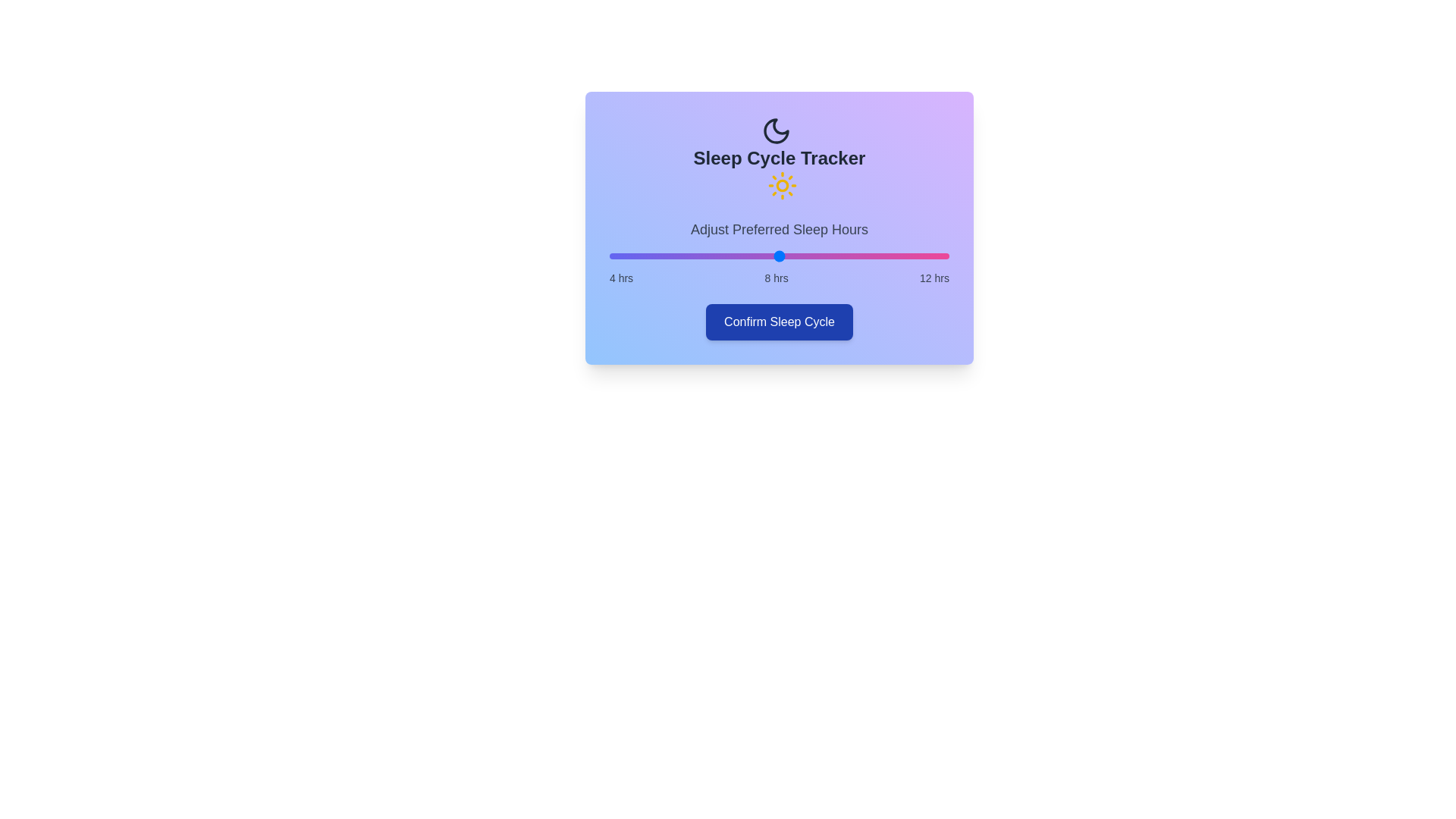  Describe the element at coordinates (776, 130) in the screenshot. I see `the decorative icon moon` at that location.